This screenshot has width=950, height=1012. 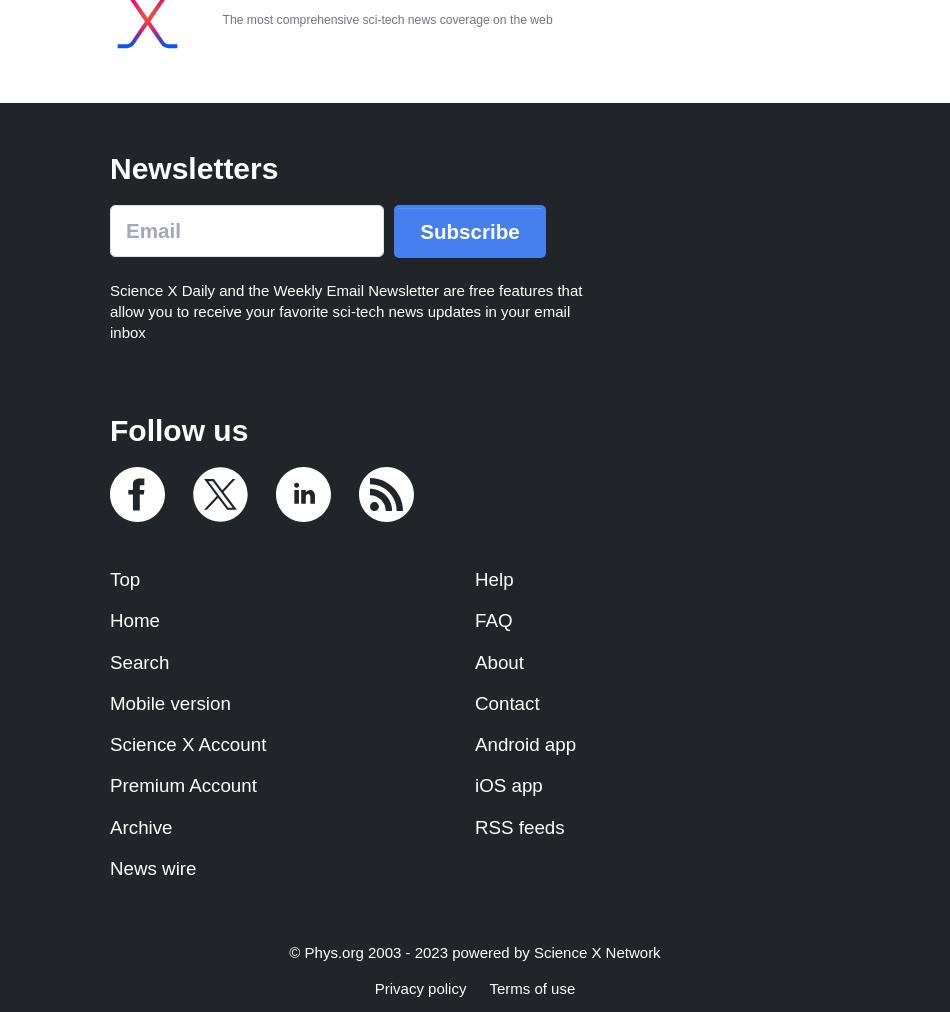 I want to click on 'Help', so click(x=494, y=578).